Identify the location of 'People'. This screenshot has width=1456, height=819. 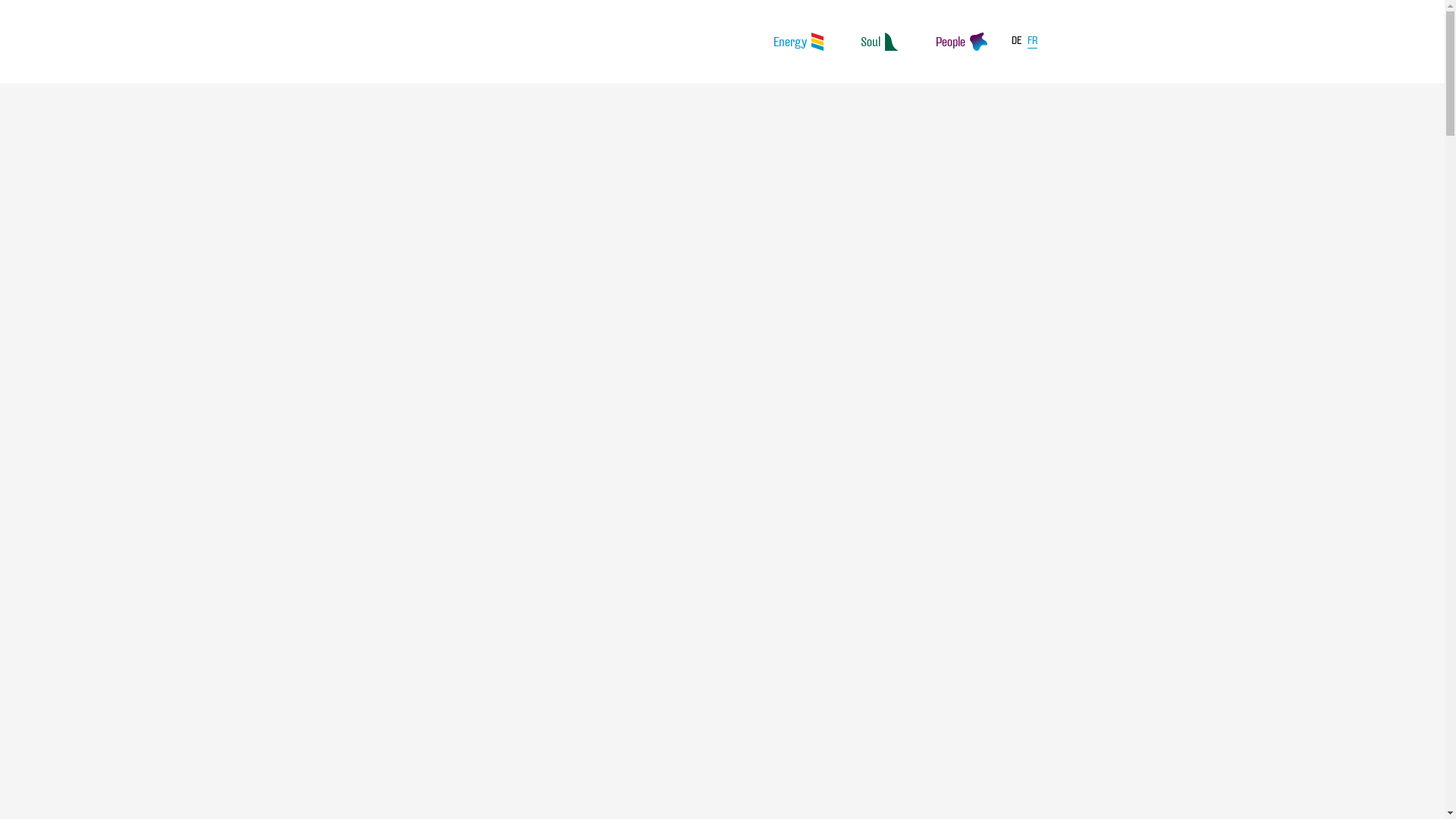
(960, 40).